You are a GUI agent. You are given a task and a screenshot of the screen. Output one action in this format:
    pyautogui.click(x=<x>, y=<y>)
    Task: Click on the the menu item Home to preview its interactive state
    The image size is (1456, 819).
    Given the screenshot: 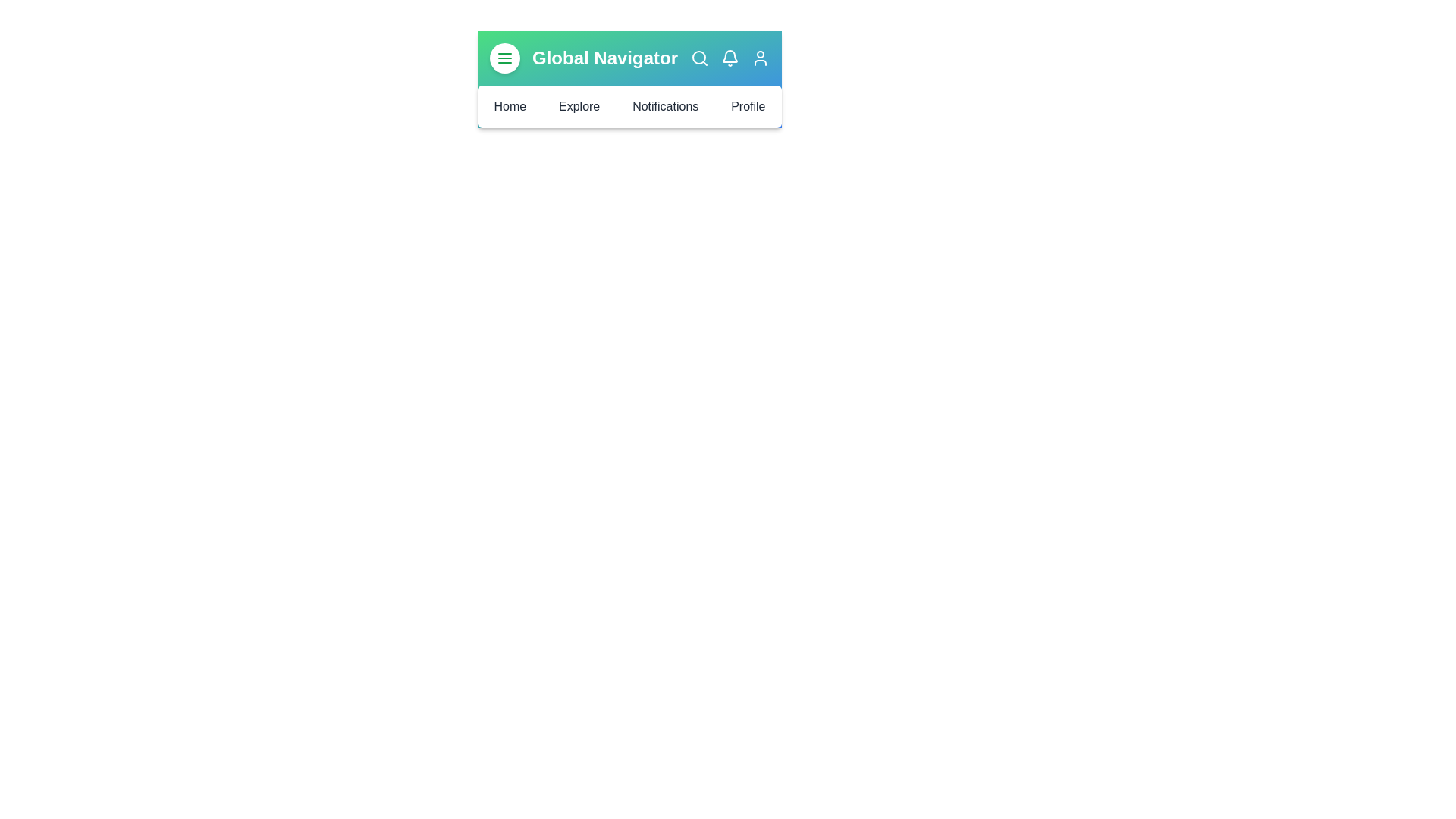 What is the action you would take?
    pyautogui.click(x=510, y=106)
    